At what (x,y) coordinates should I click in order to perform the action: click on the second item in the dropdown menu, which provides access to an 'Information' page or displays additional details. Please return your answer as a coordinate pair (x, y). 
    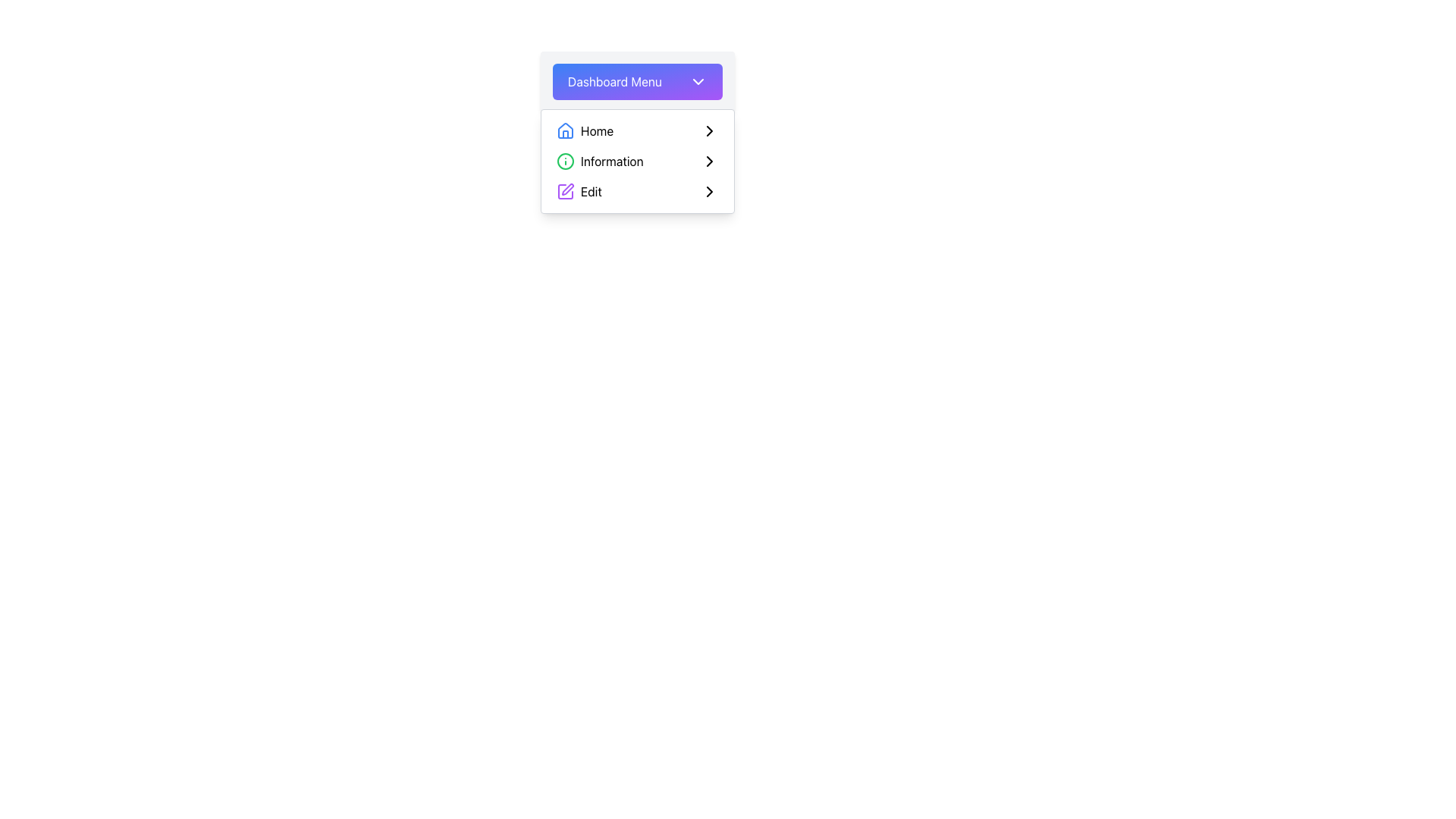
    Looking at the image, I should click on (599, 161).